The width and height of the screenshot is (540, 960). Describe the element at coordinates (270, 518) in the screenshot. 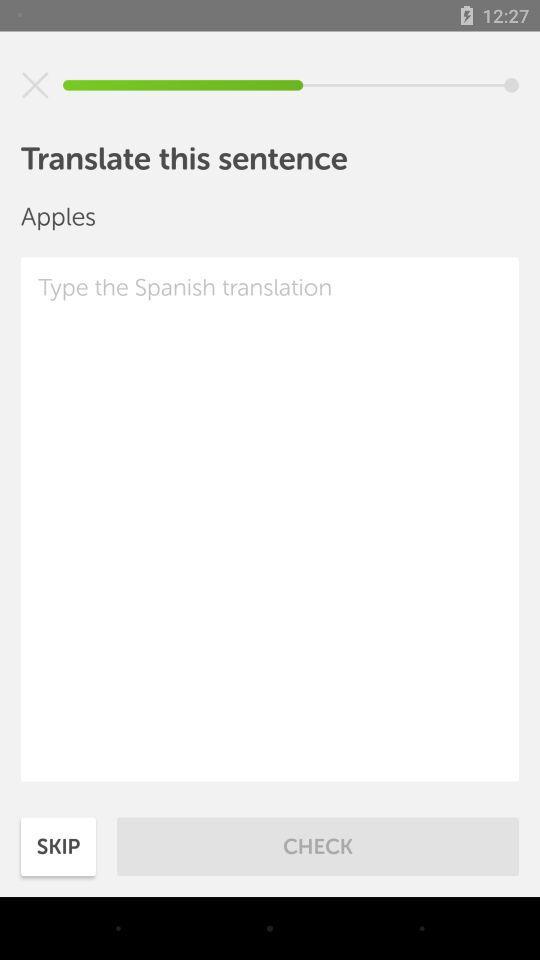

I see `type` at that location.